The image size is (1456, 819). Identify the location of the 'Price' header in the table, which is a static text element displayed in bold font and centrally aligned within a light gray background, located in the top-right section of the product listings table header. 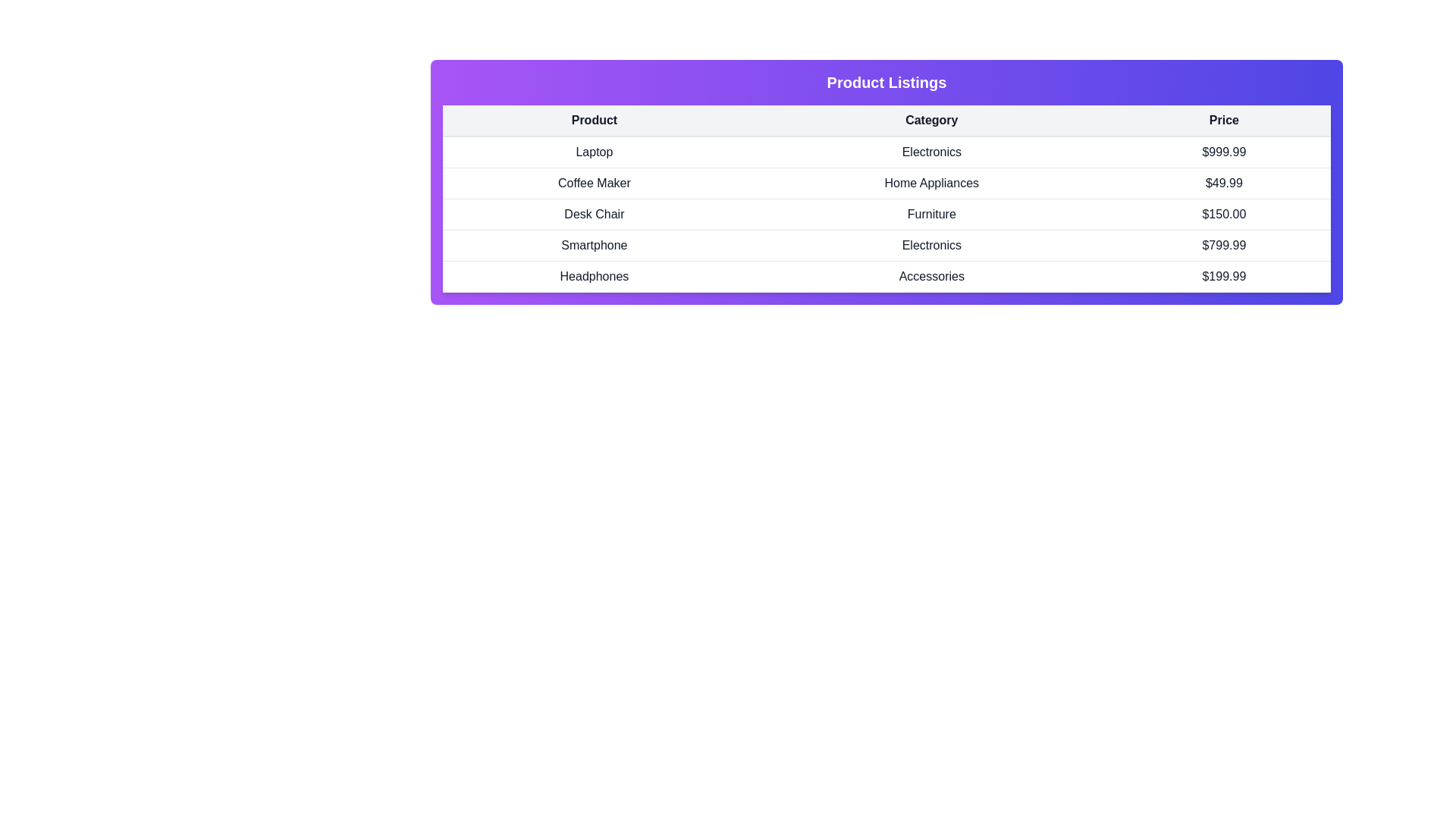
(1224, 120).